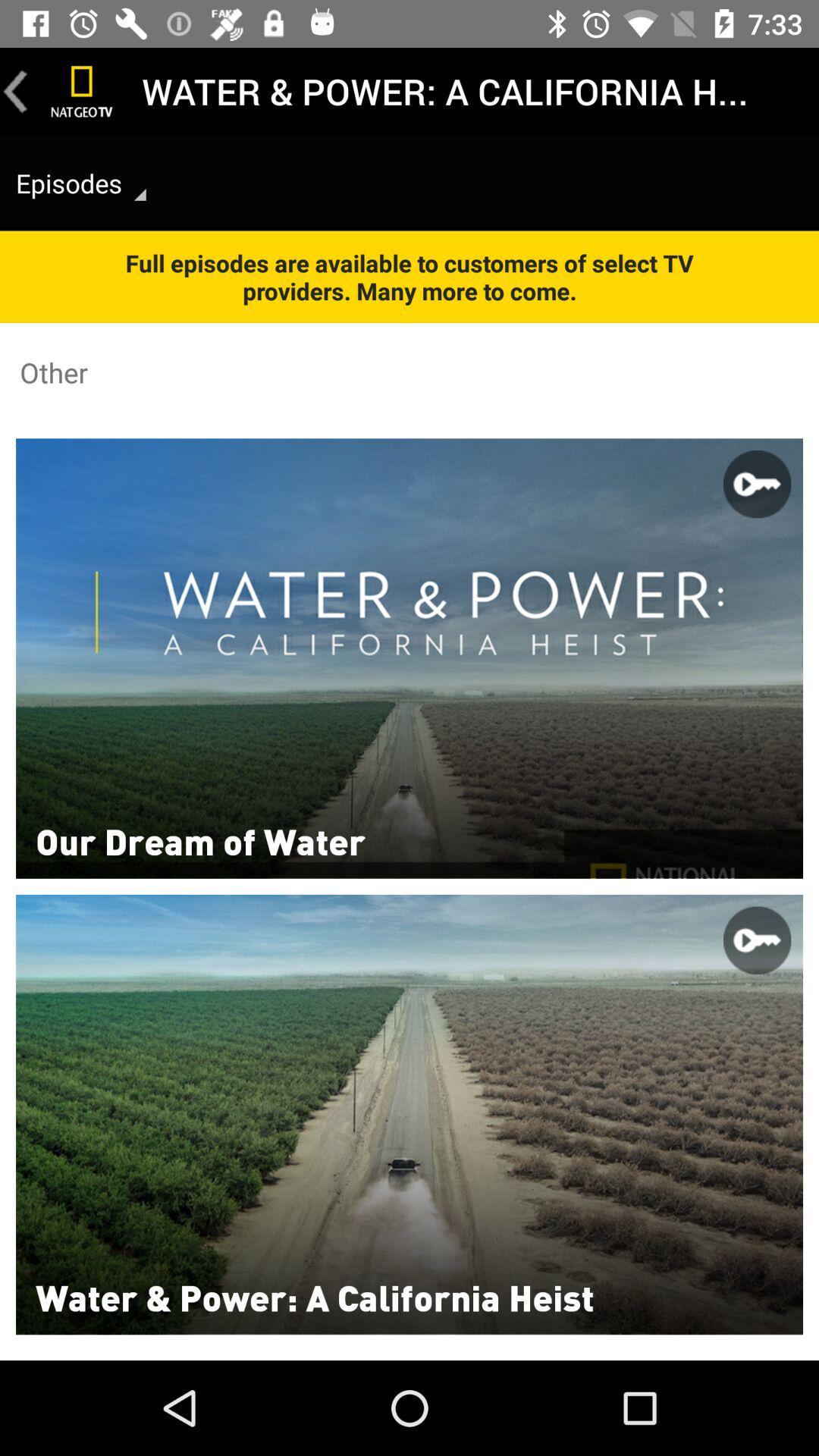 The image size is (819, 1456). What do you see at coordinates (199, 839) in the screenshot?
I see `item below the other` at bounding box center [199, 839].